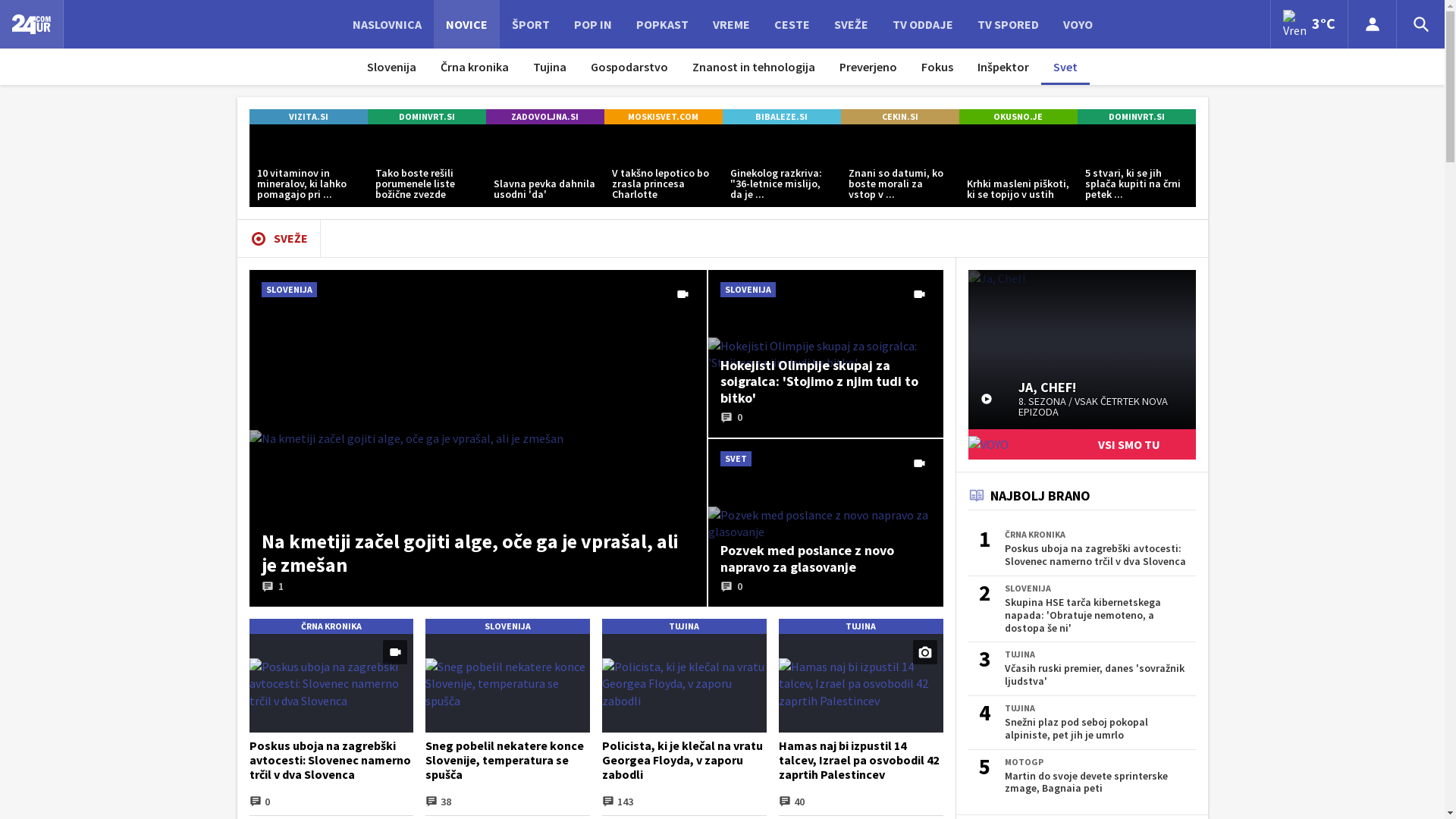  I want to click on 'OKUSNO.JE', so click(1018, 116).